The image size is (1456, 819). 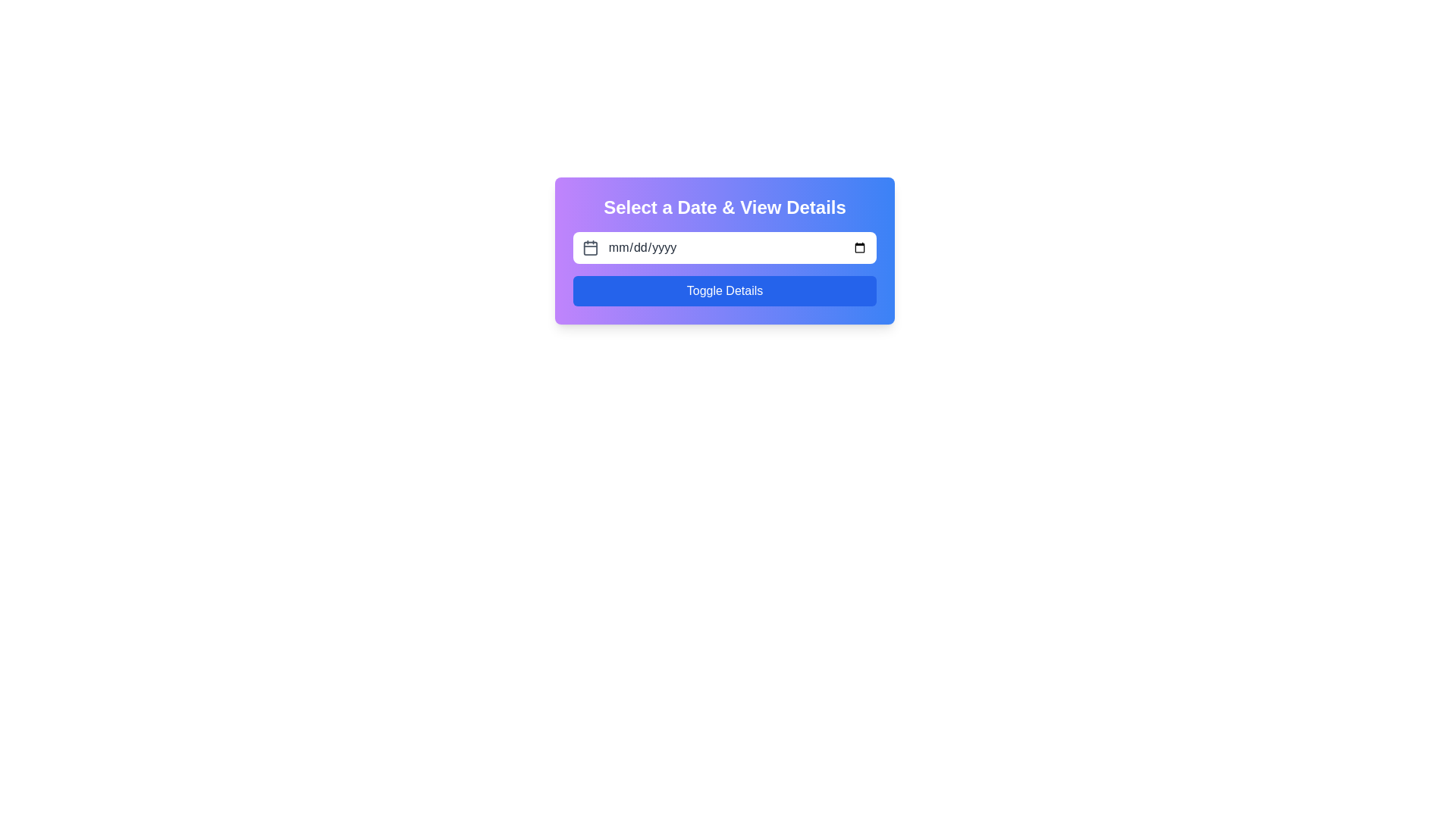 I want to click on the toggle button located below the horizontal date picker input field, so click(x=723, y=291).